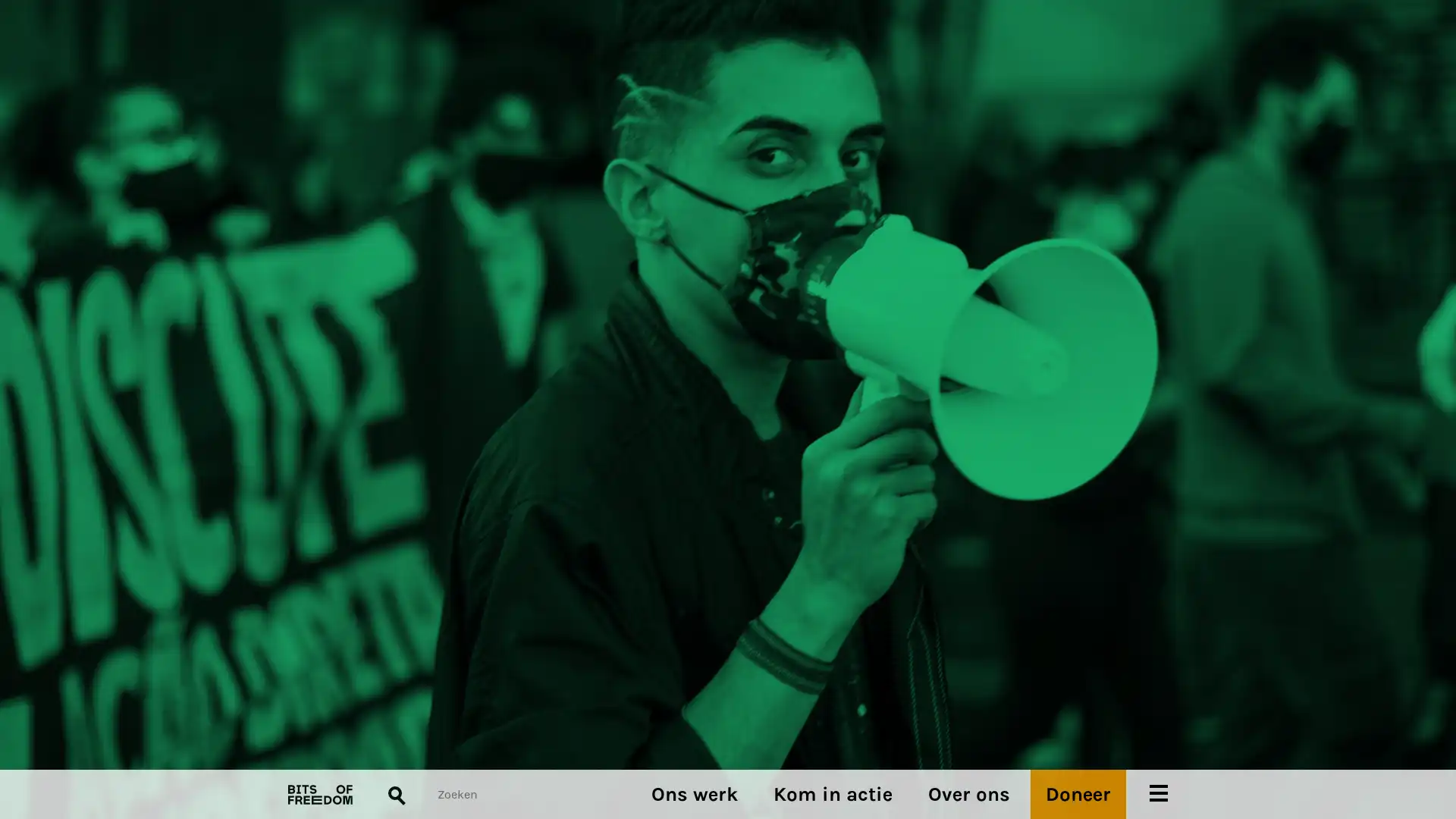  I want to click on Abonneren!, so click(315, 450).